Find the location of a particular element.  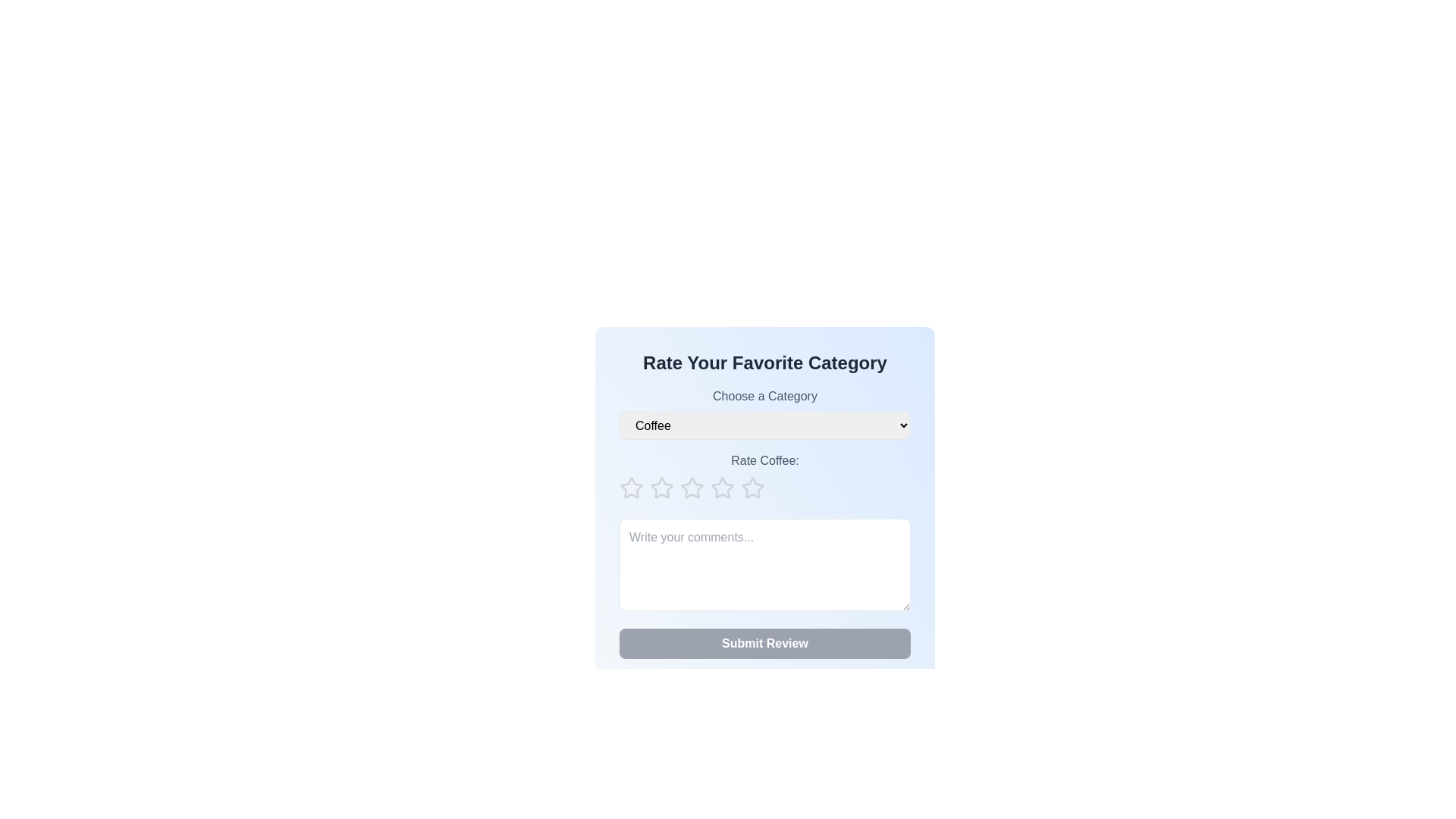

the second star icon in the rating interface is located at coordinates (722, 488).